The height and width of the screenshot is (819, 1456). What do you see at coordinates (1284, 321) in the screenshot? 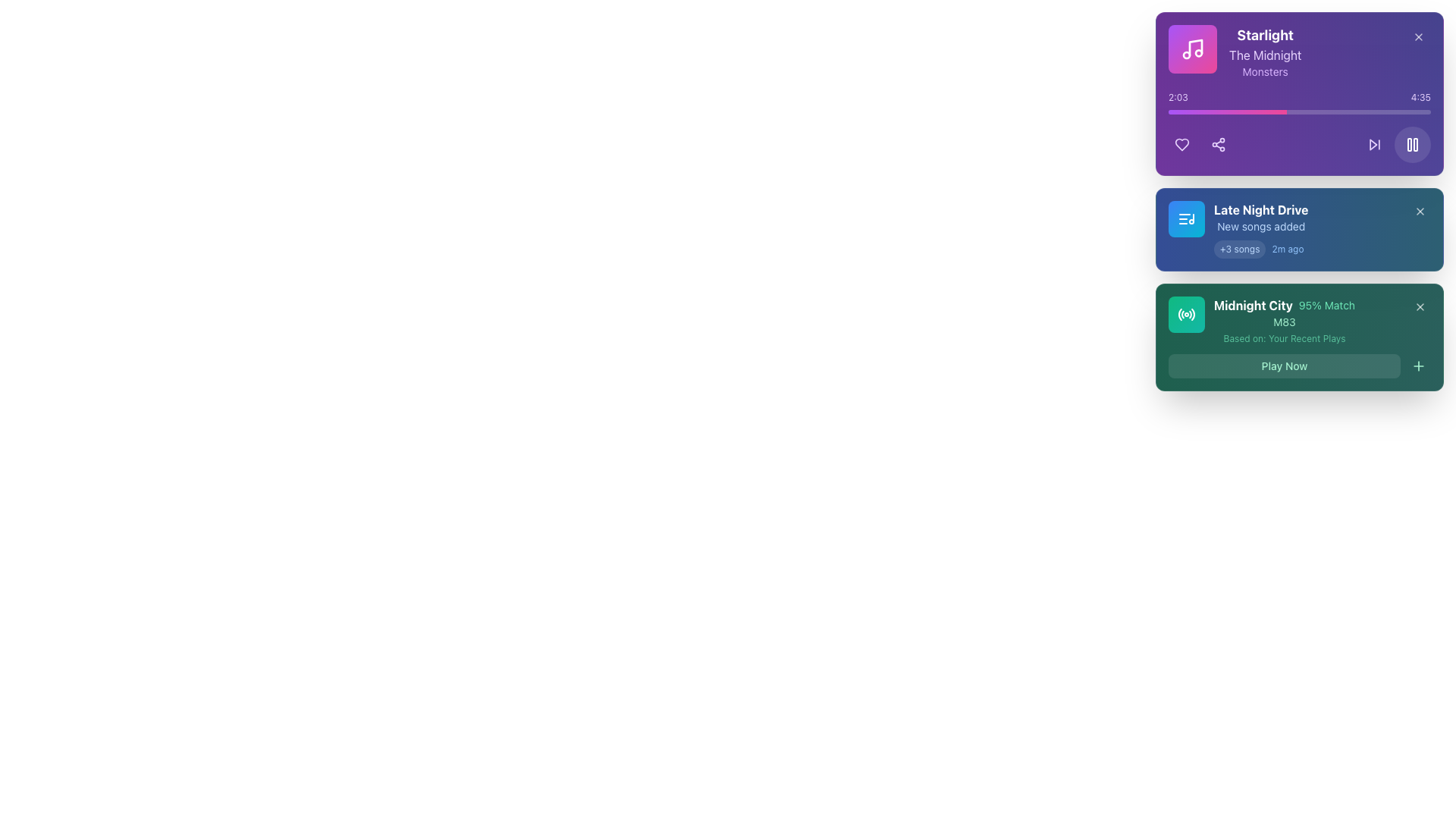
I see `text 'M83' displayed in a small light green font against a darker green background, located towards the bottom-middle section of the 'Midnight City' card` at bounding box center [1284, 321].